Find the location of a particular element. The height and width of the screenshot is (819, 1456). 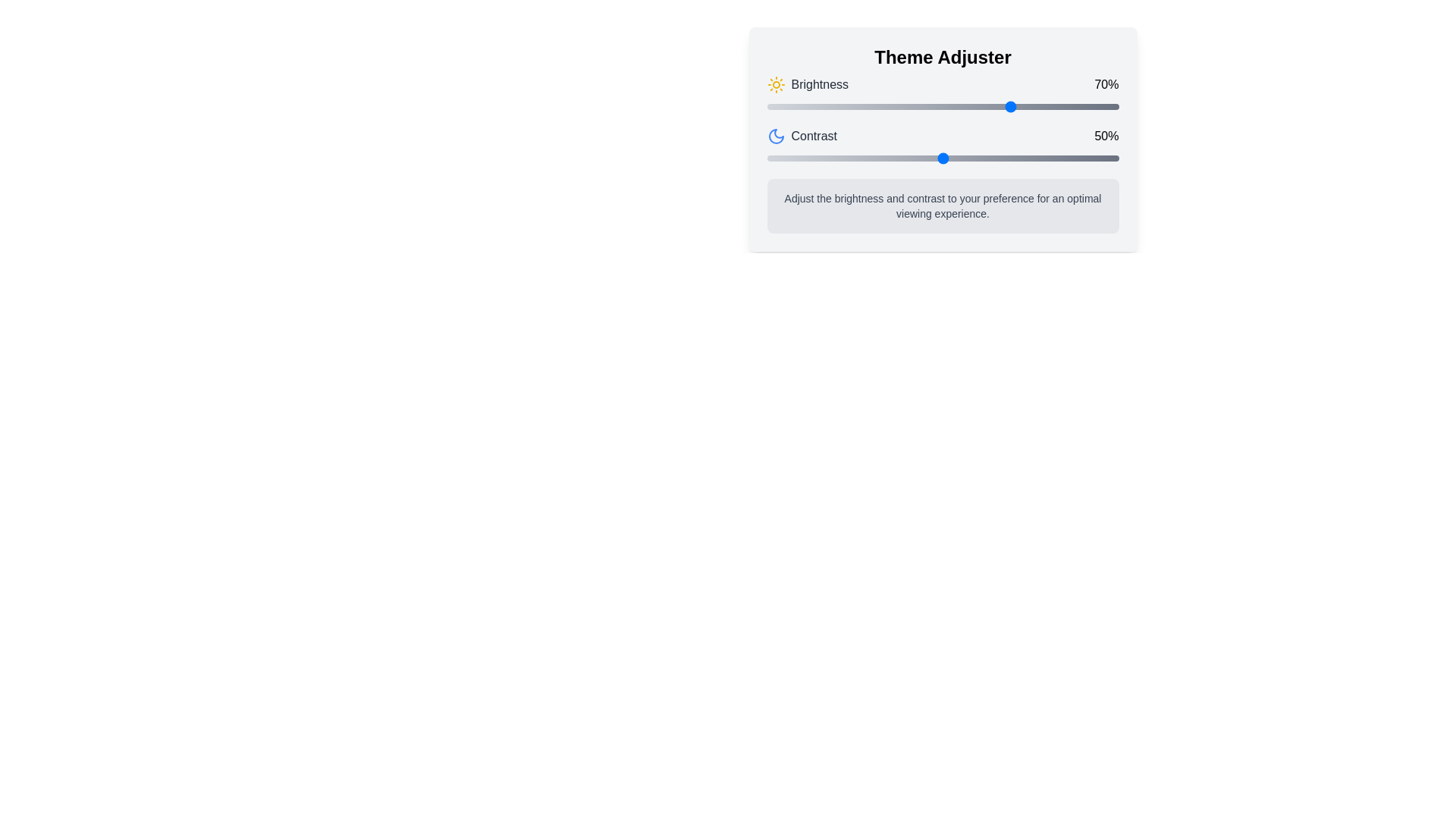

contrast is located at coordinates (890, 158).